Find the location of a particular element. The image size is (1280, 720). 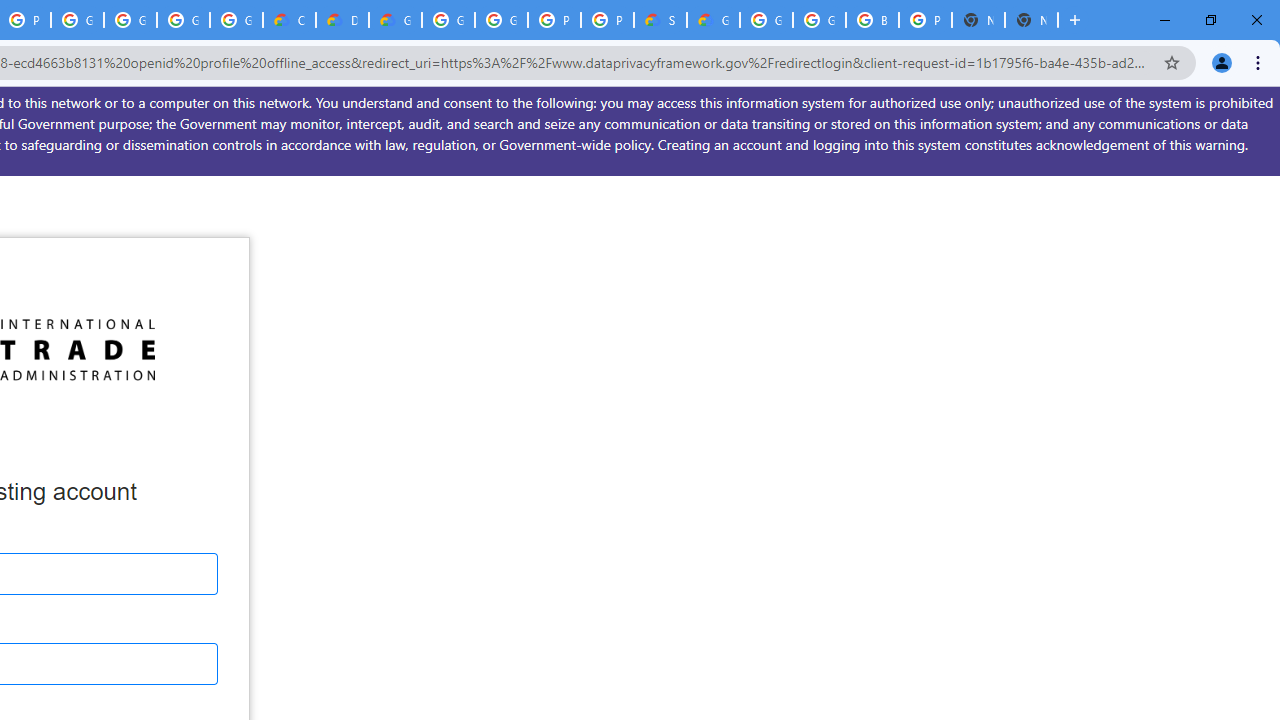

'Google Cloud Platform' is located at coordinates (501, 20).